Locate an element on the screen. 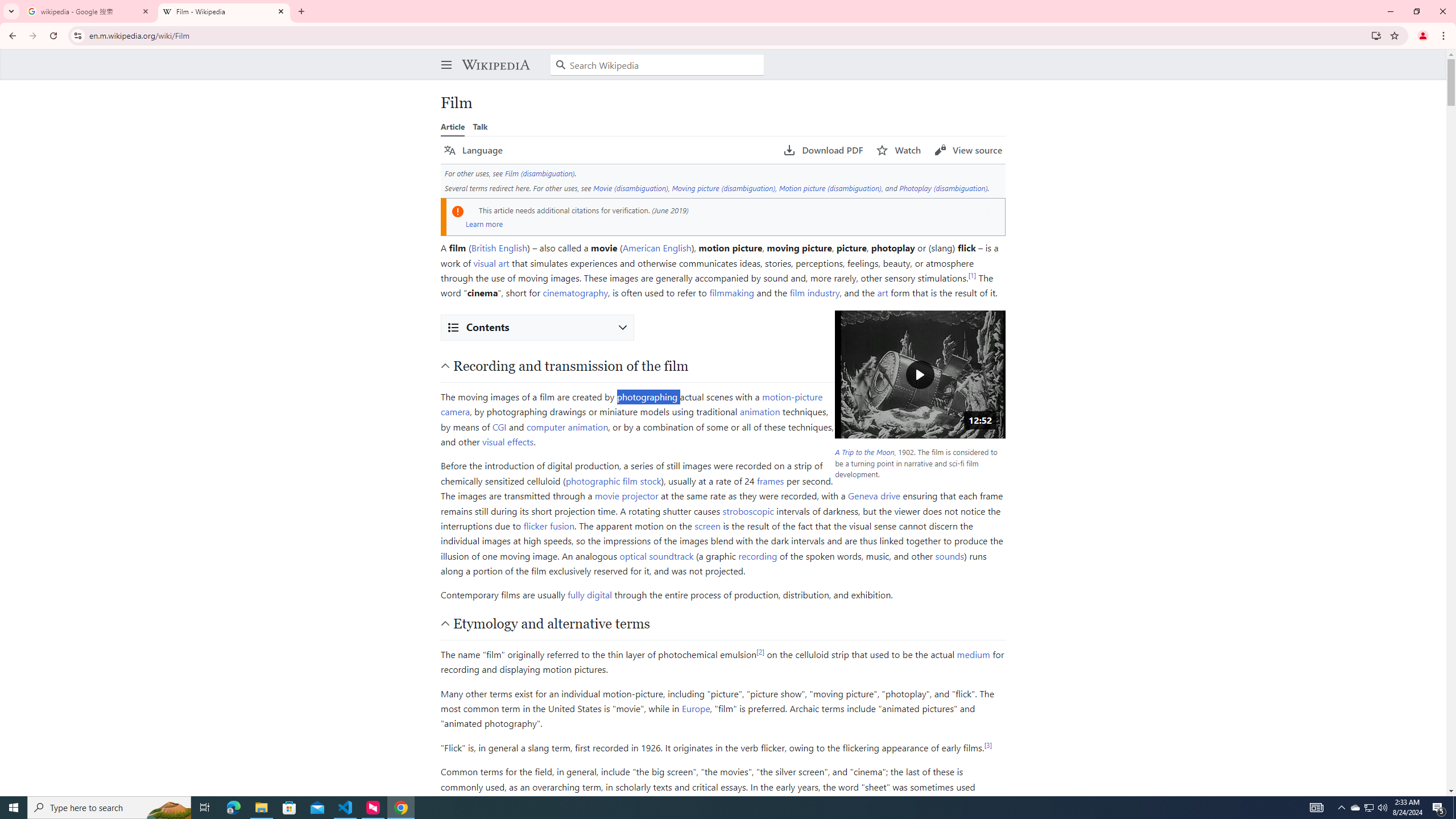 Image resolution: width=1456 pixels, height=819 pixels. 'AutomationID: language-selector' is located at coordinates (607, 150).